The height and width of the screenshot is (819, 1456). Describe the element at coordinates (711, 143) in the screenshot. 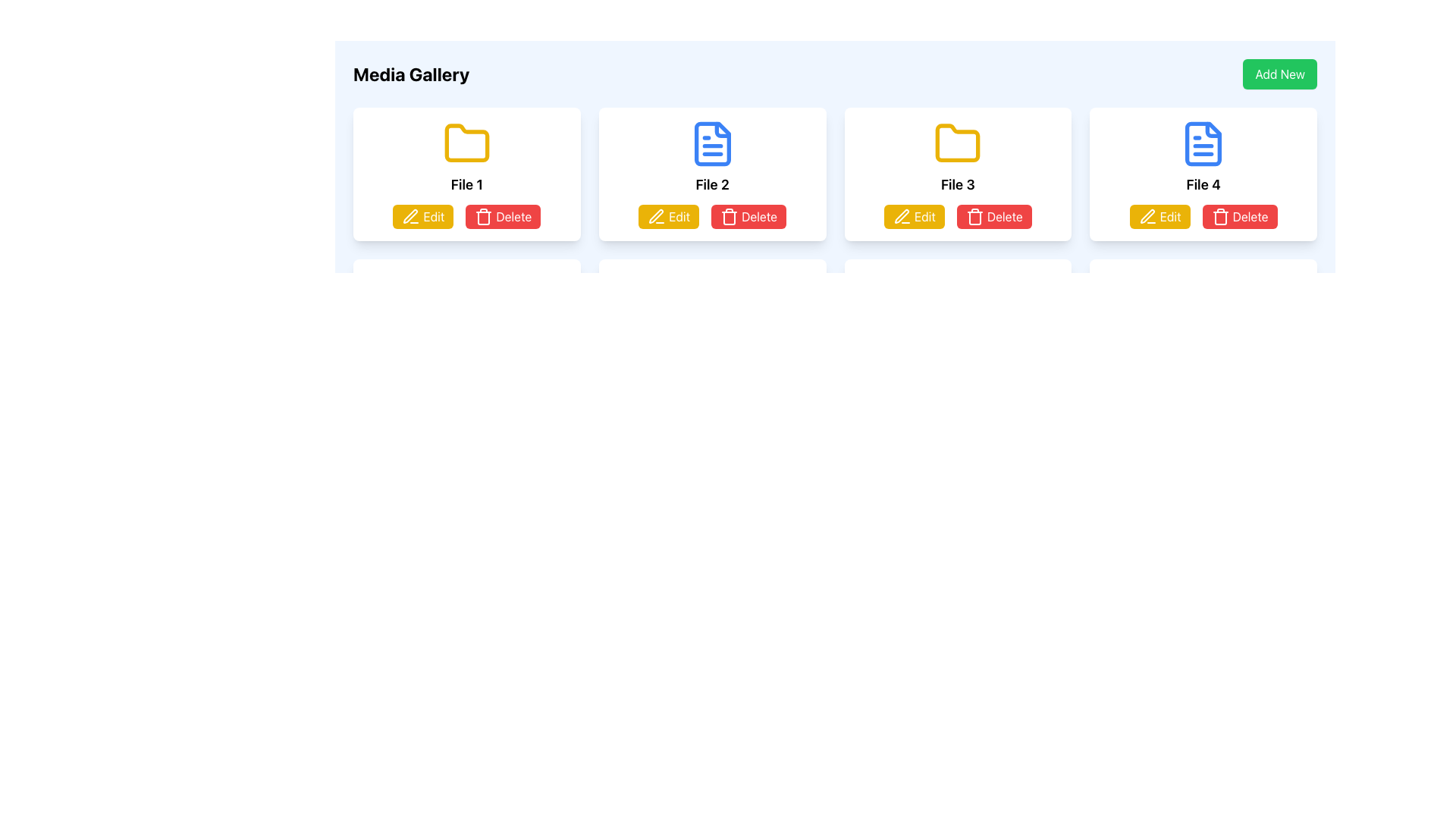

I see `the icon representing the 'File 2' card located centrally at the top of the card` at that location.